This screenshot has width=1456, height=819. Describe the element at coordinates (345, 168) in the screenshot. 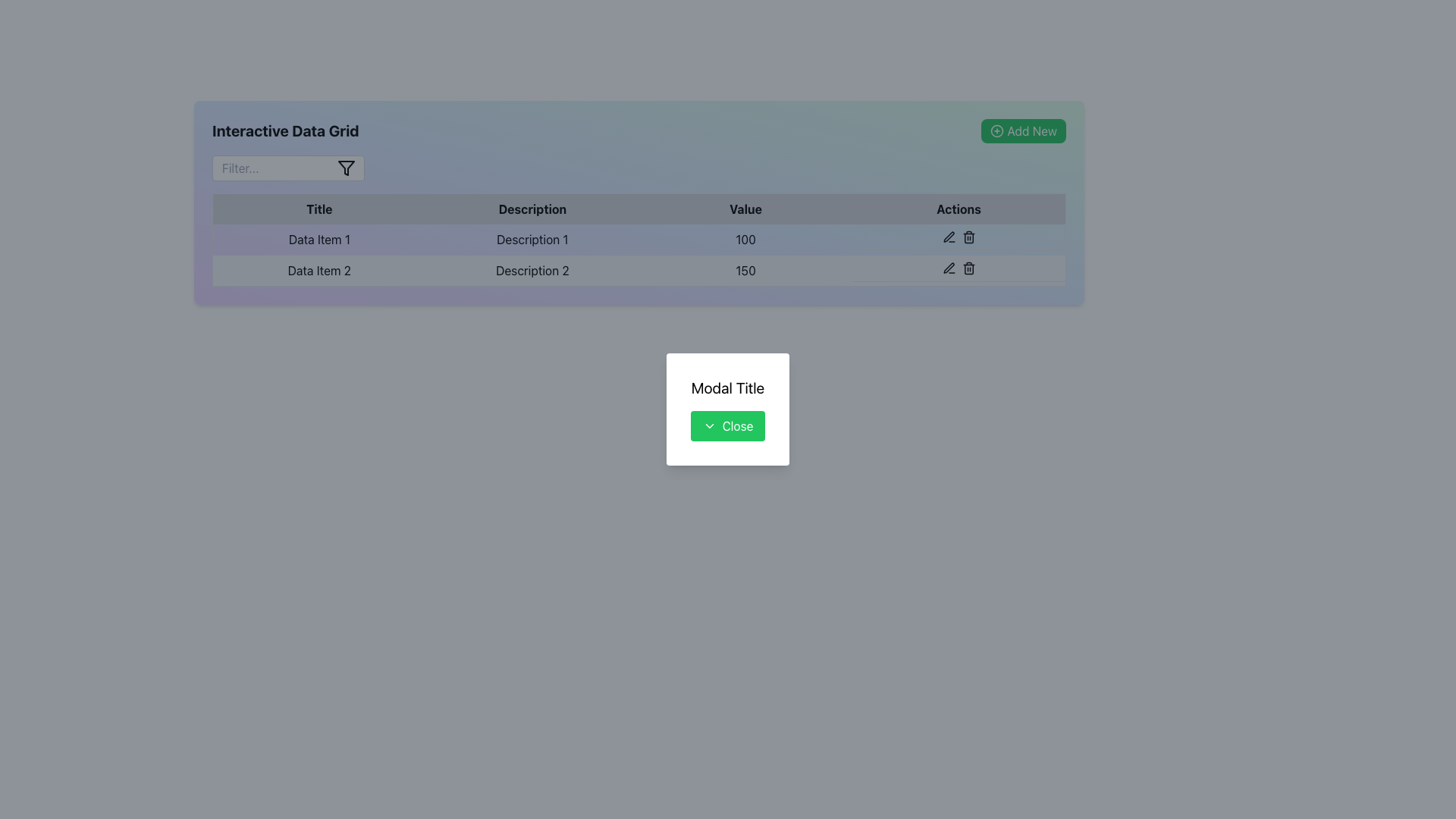

I see `the filter icon, which is an SVG element shaped like an inverted funnel located on the right side of the filter input box in the header of the data grid interface` at that location.